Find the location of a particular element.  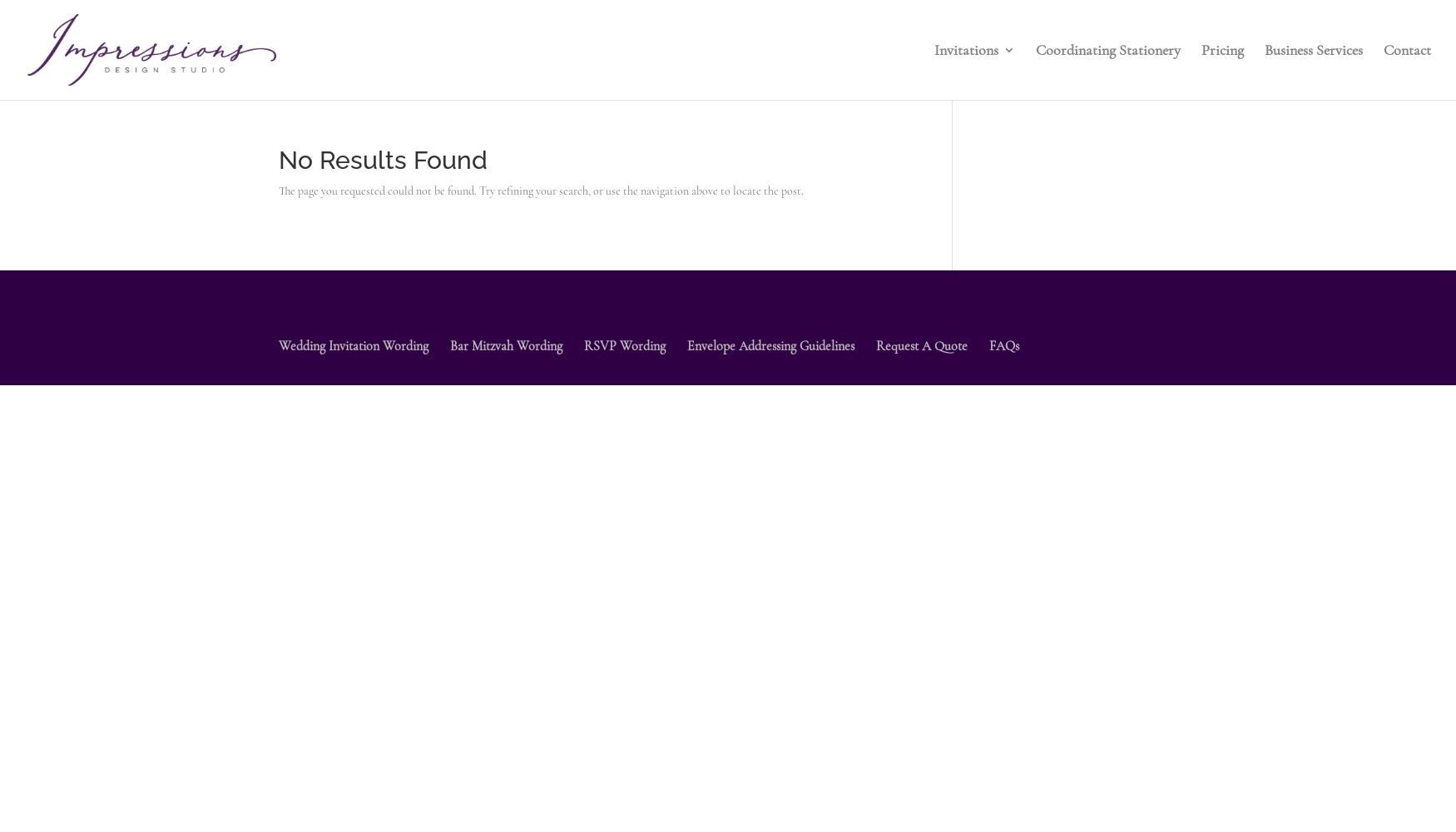

'RSVP Wording' is located at coordinates (624, 345).